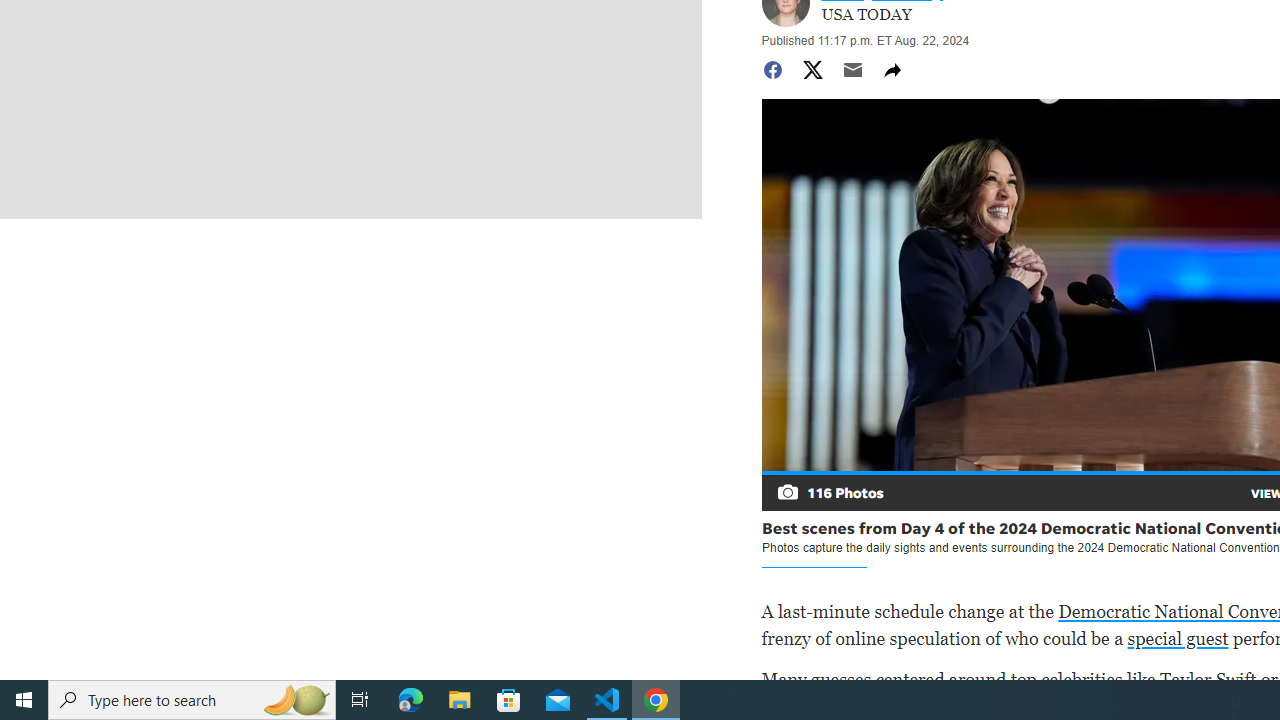  What do you see at coordinates (1177, 638) in the screenshot?
I see `'special guest'` at bounding box center [1177, 638].